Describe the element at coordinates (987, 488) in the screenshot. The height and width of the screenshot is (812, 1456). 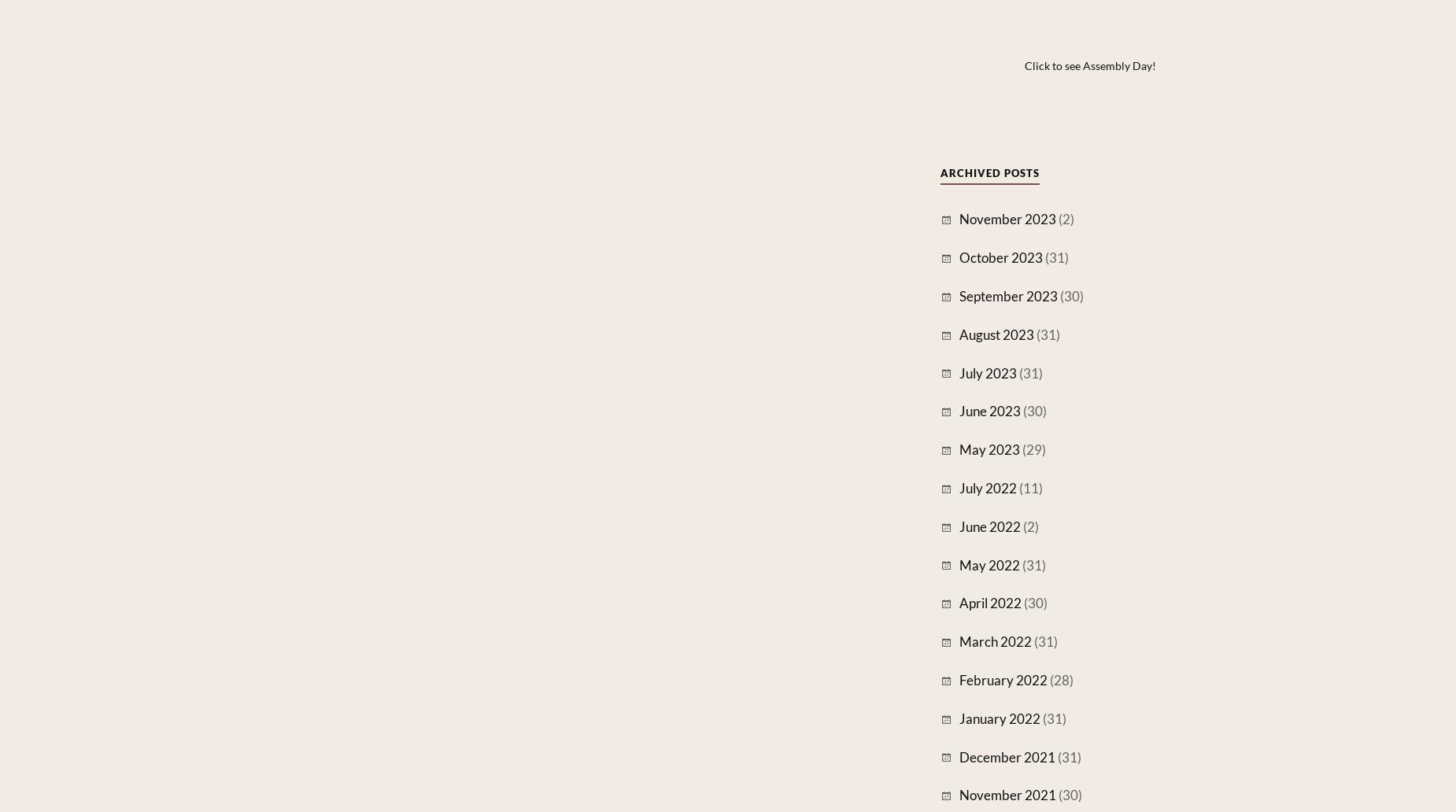
I see `'July 2022'` at that location.